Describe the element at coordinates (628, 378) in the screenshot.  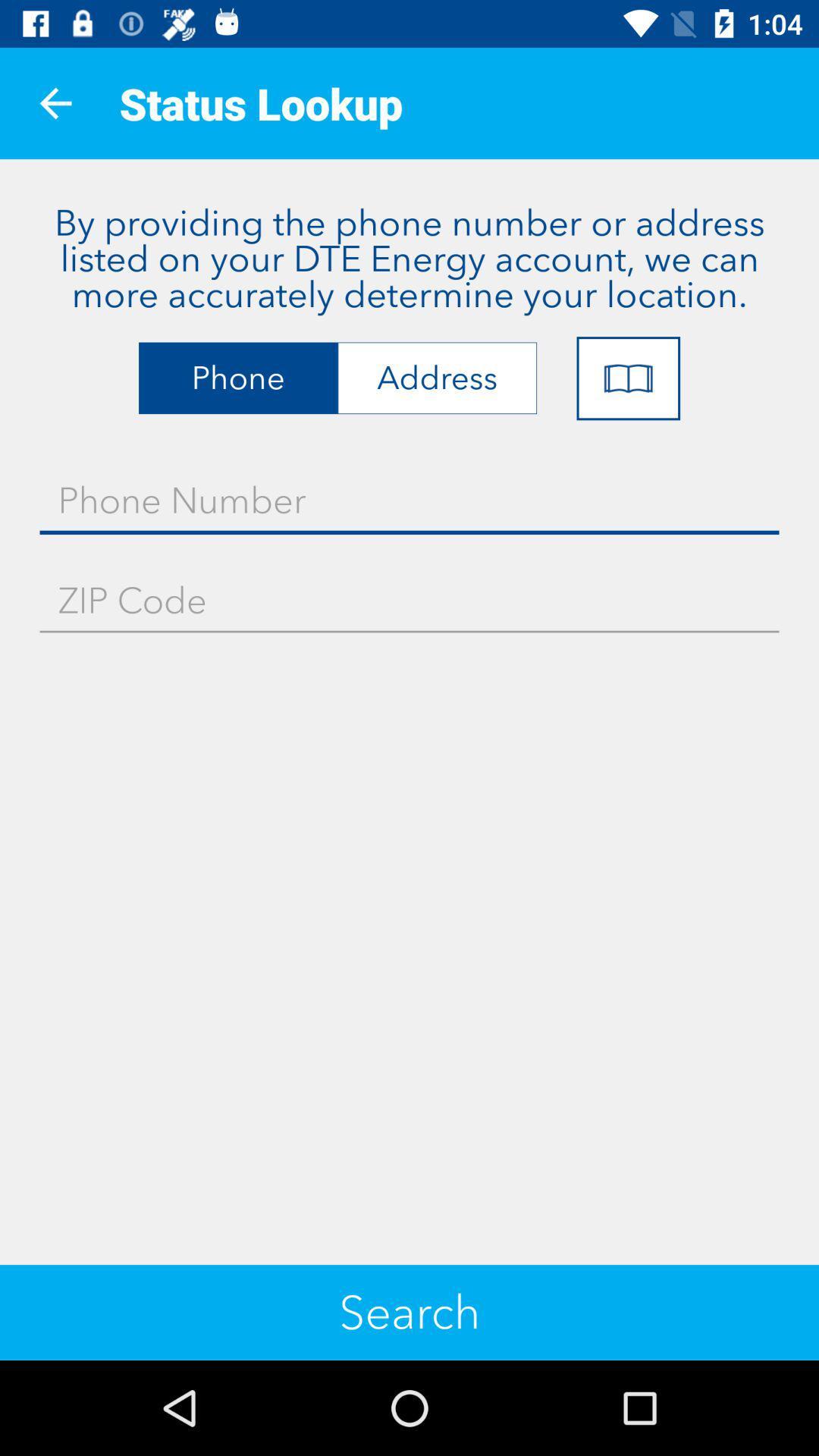
I see `item next to the address item` at that location.